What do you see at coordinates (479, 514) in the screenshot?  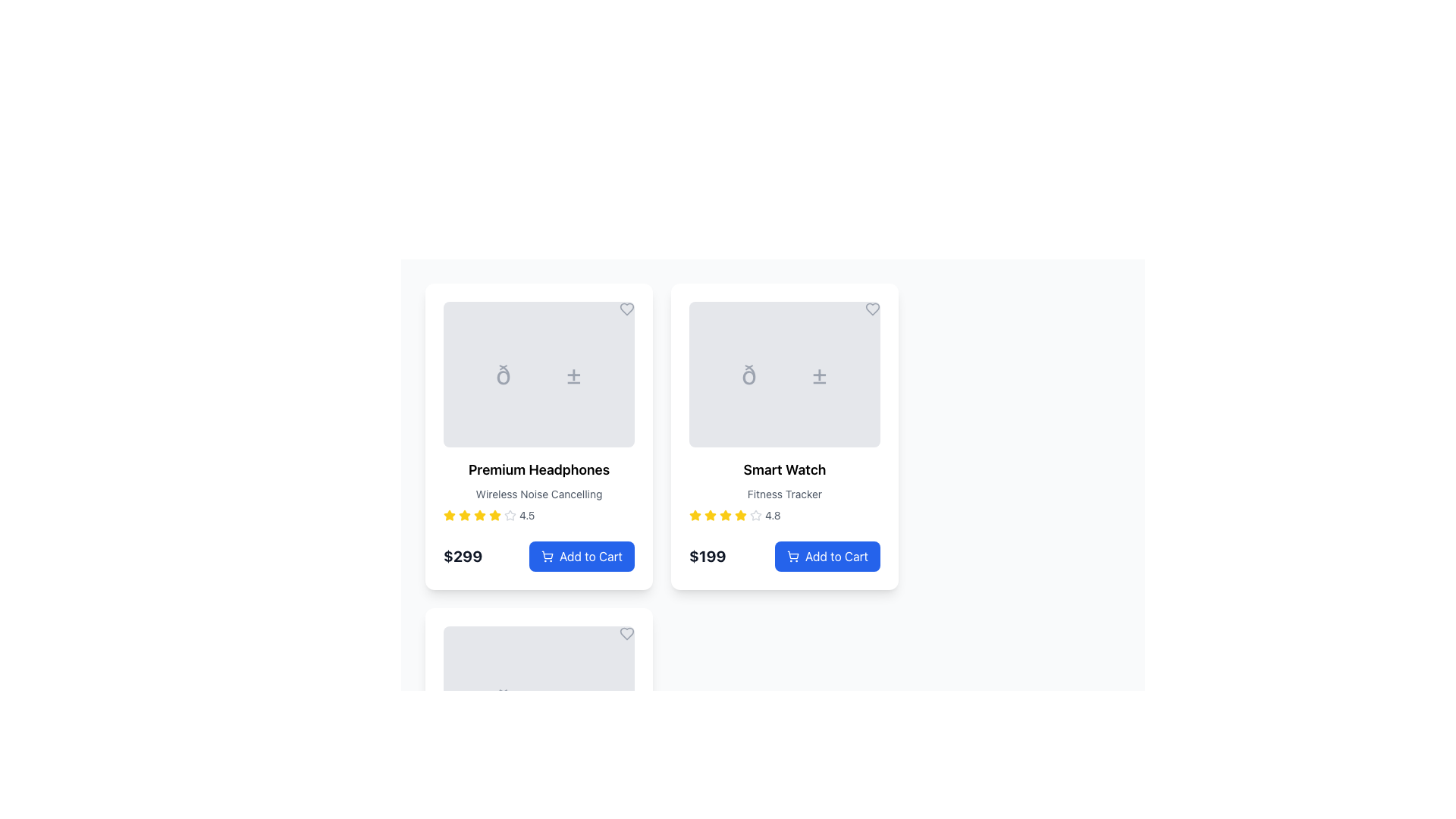 I see `the third star icon indicating a 4.5 star rating for the 'Premium Headphones' product details` at bounding box center [479, 514].